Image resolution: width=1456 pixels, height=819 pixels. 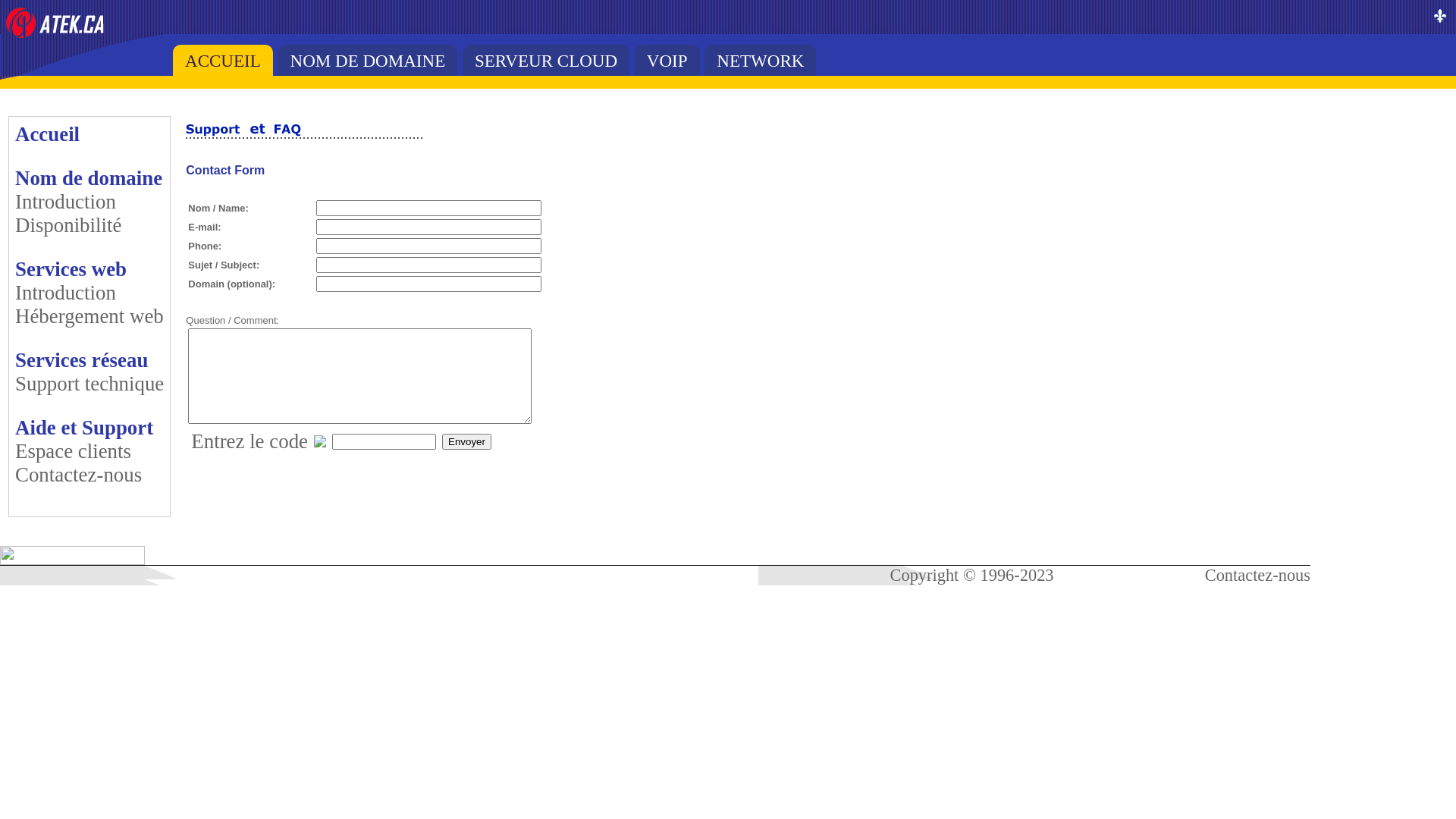 I want to click on 'Envoyer', so click(x=466, y=441).